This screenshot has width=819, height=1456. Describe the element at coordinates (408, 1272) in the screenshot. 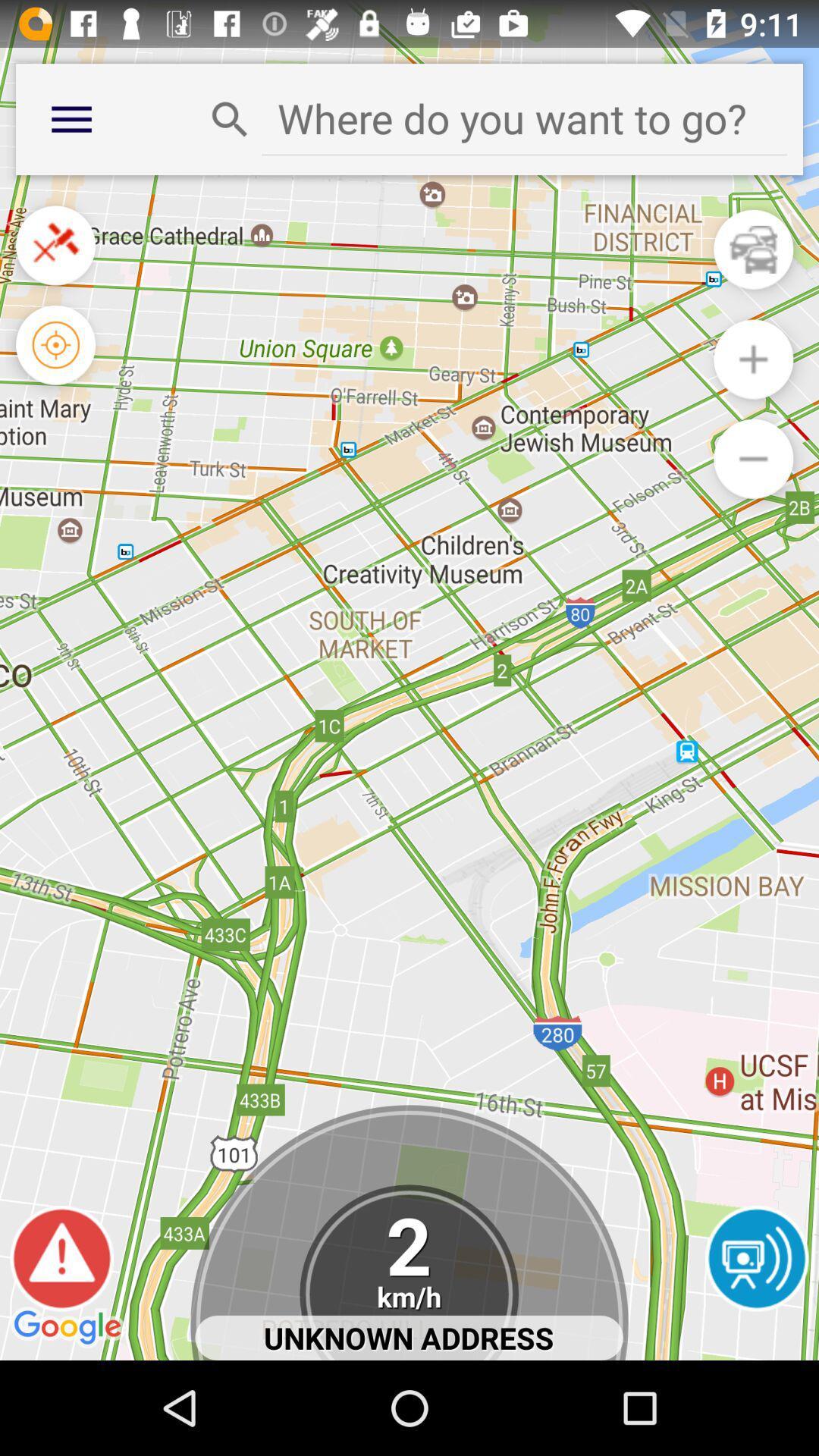

I see `speed gauge display` at that location.